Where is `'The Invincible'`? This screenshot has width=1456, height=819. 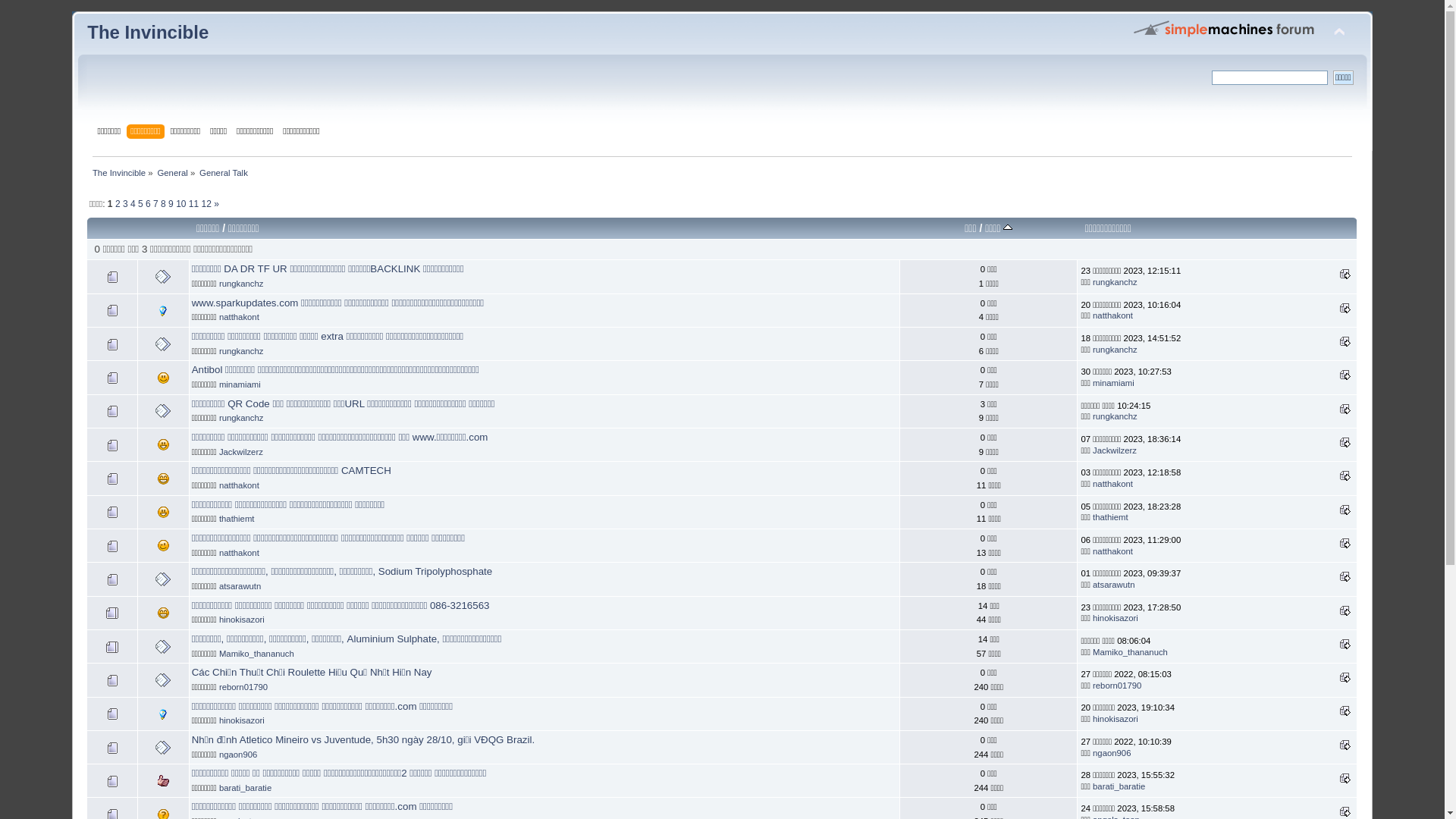 'The Invincible' is located at coordinates (118, 171).